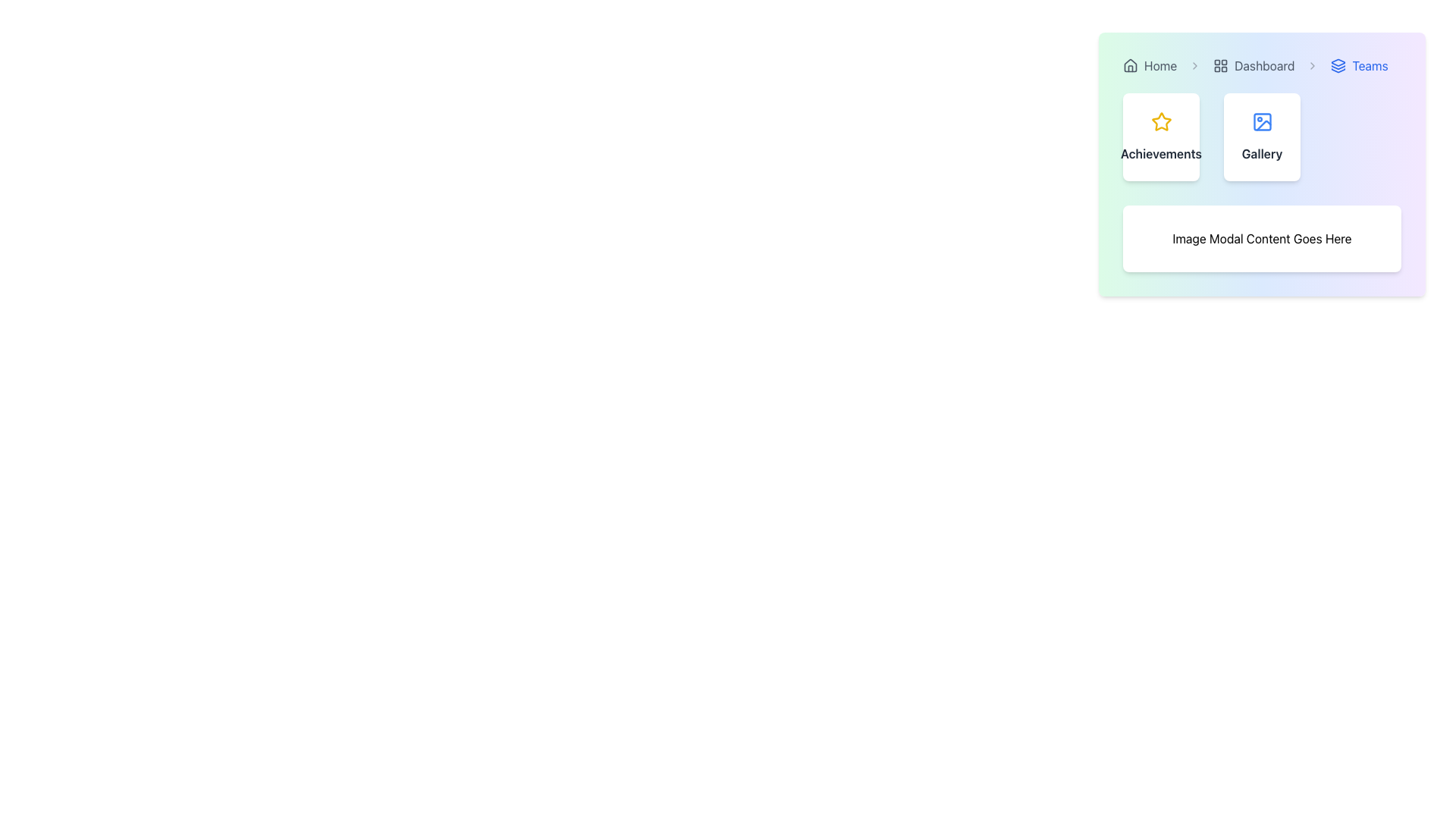 This screenshot has width=1456, height=819. Describe the element at coordinates (1160, 121) in the screenshot. I see `the star icon representing achievements on the dashboard, located in the upper-left area of the 'Achievements' card` at that location.